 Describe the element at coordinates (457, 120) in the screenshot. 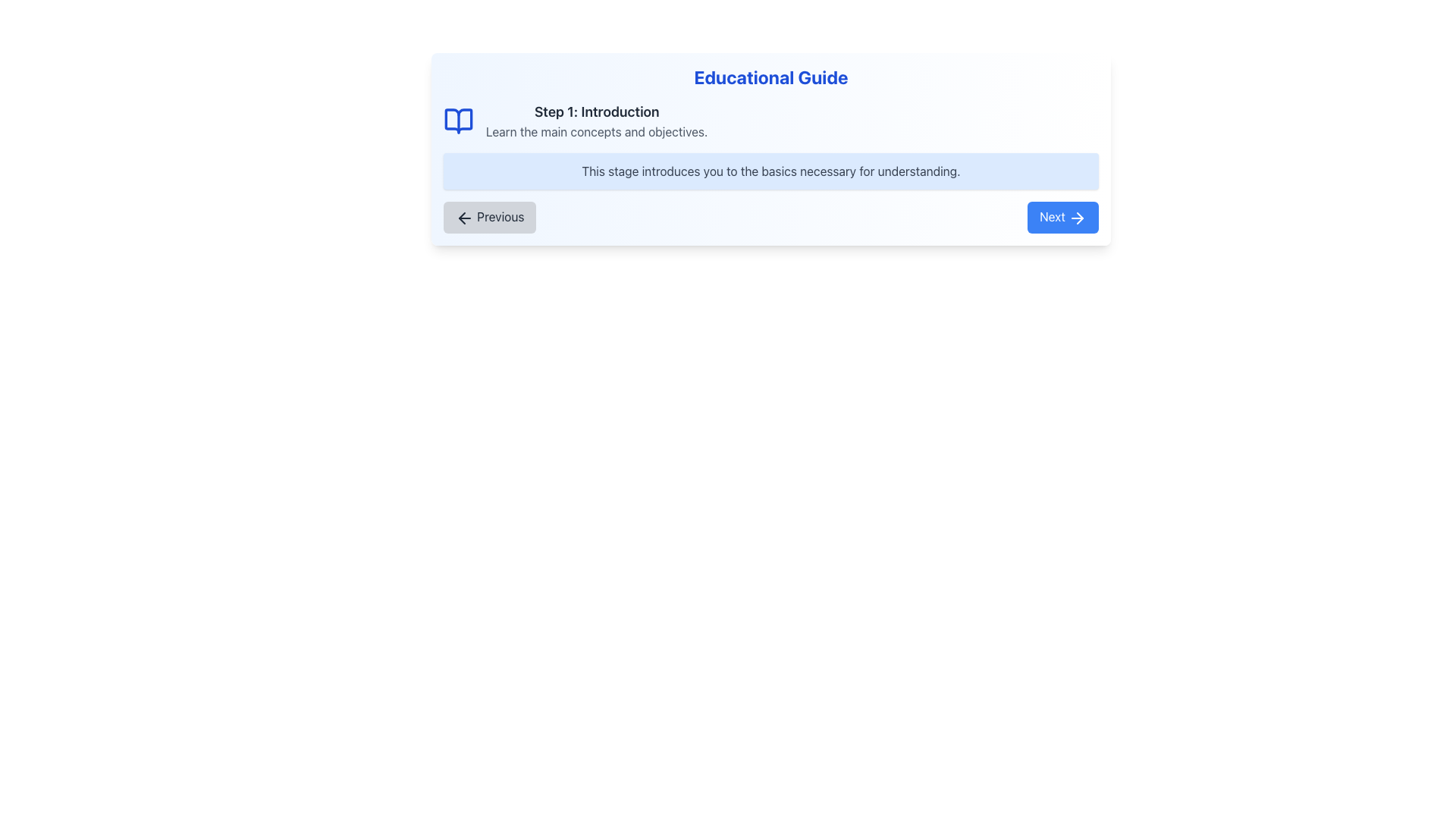

I see `the right half of the open book icon, which is styled in blue and located next to the 'Educational Guide' text in the top left corner of the interface` at that location.